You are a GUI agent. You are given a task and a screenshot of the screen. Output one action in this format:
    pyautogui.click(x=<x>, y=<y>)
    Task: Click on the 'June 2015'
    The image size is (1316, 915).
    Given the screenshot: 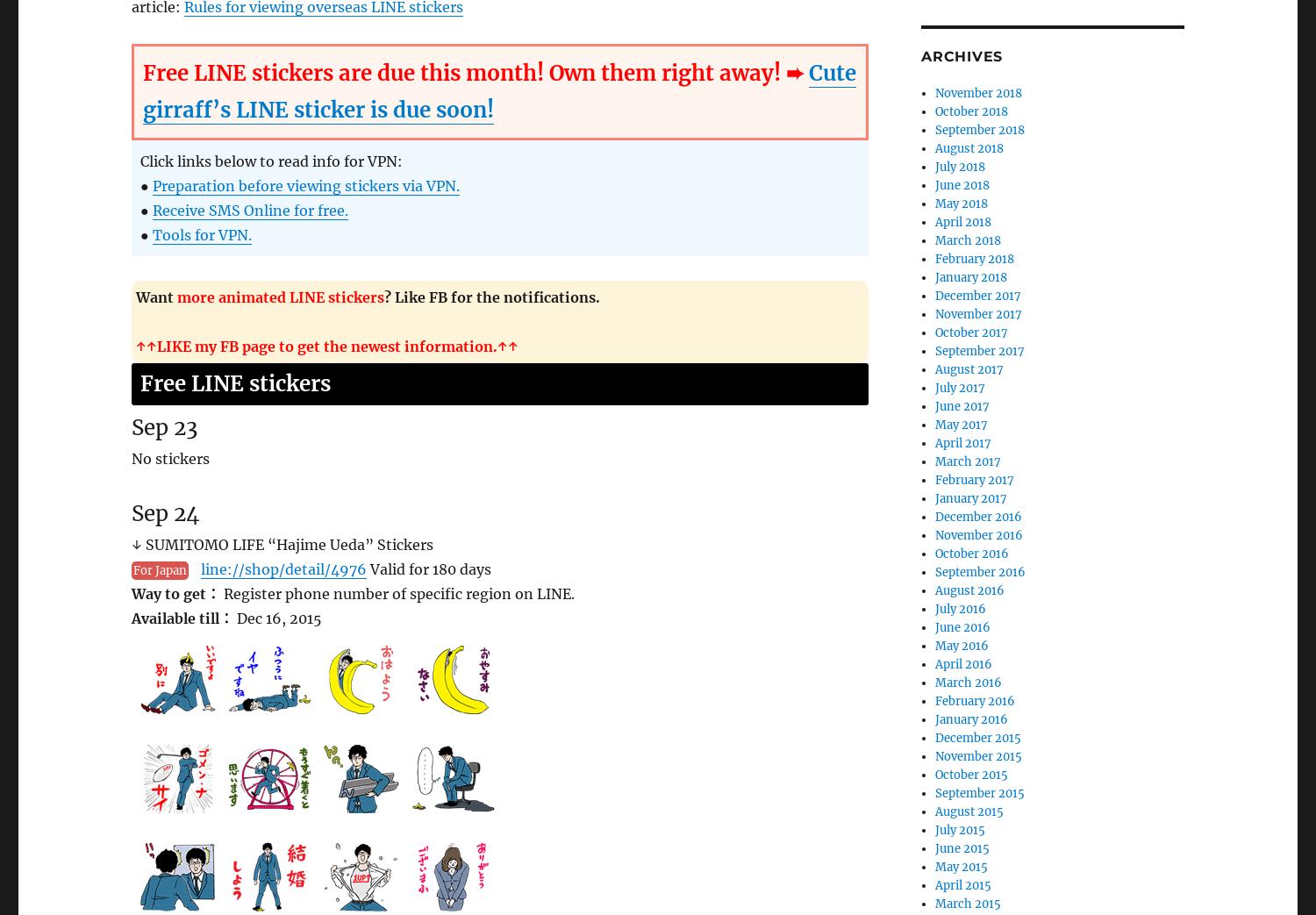 What is the action you would take?
    pyautogui.click(x=961, y=847)
    